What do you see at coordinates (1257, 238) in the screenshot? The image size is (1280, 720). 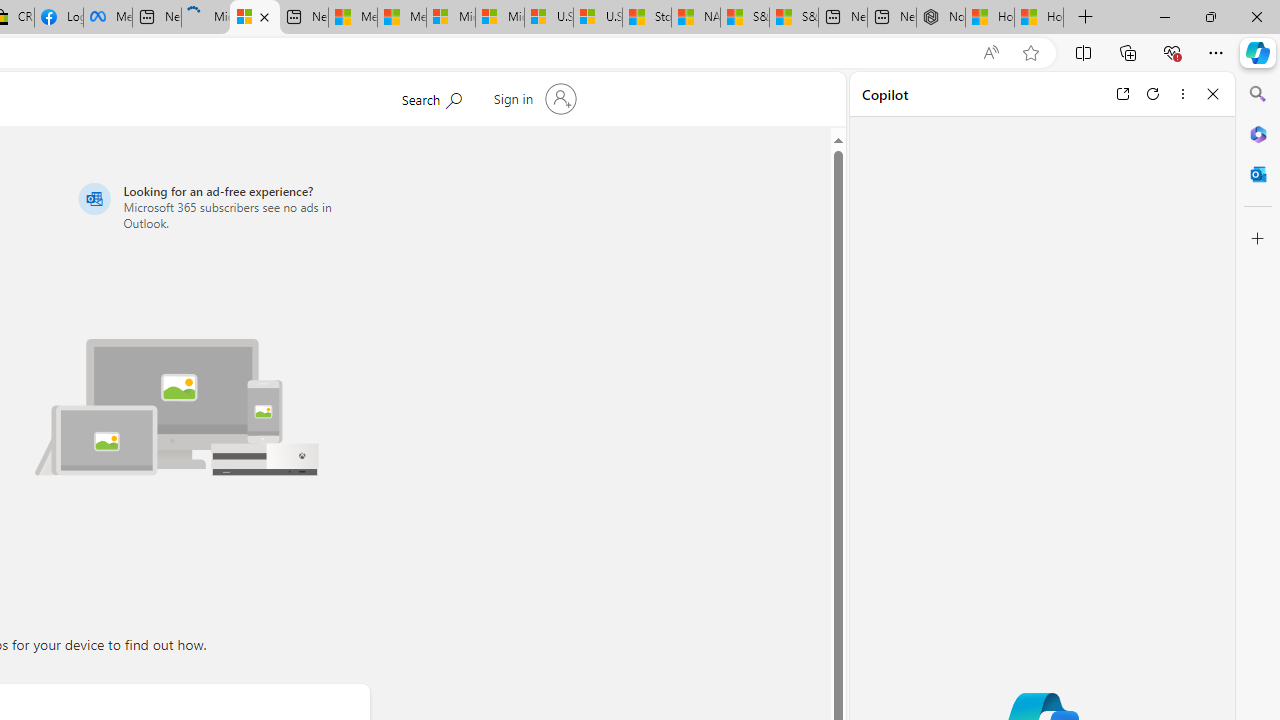 I see `'Customize'` at bounding box center [1257, 238].